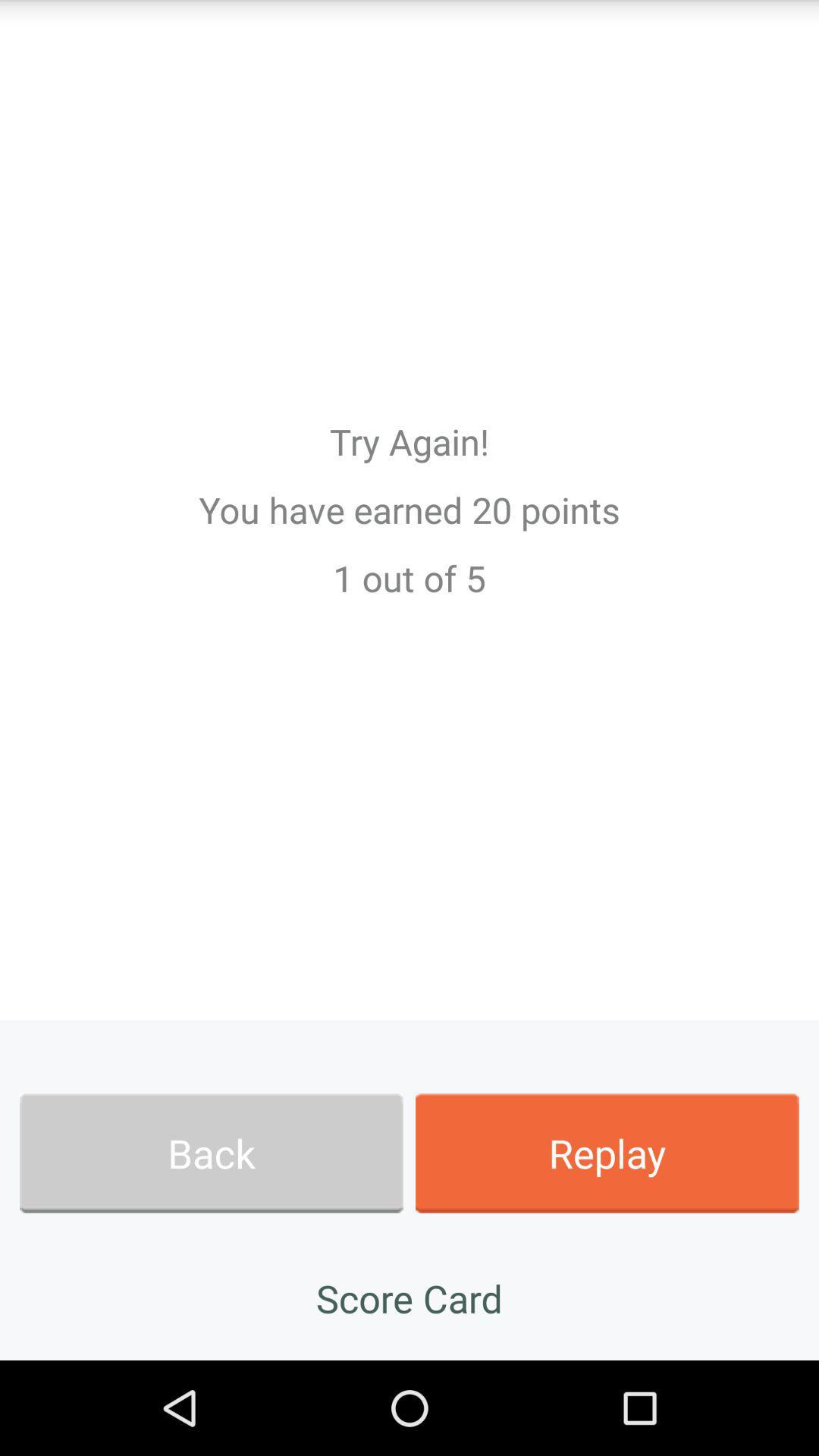  Describe the element at coordinates (409, 1298) in the screenshot. I see `app at the bottom` at that location.